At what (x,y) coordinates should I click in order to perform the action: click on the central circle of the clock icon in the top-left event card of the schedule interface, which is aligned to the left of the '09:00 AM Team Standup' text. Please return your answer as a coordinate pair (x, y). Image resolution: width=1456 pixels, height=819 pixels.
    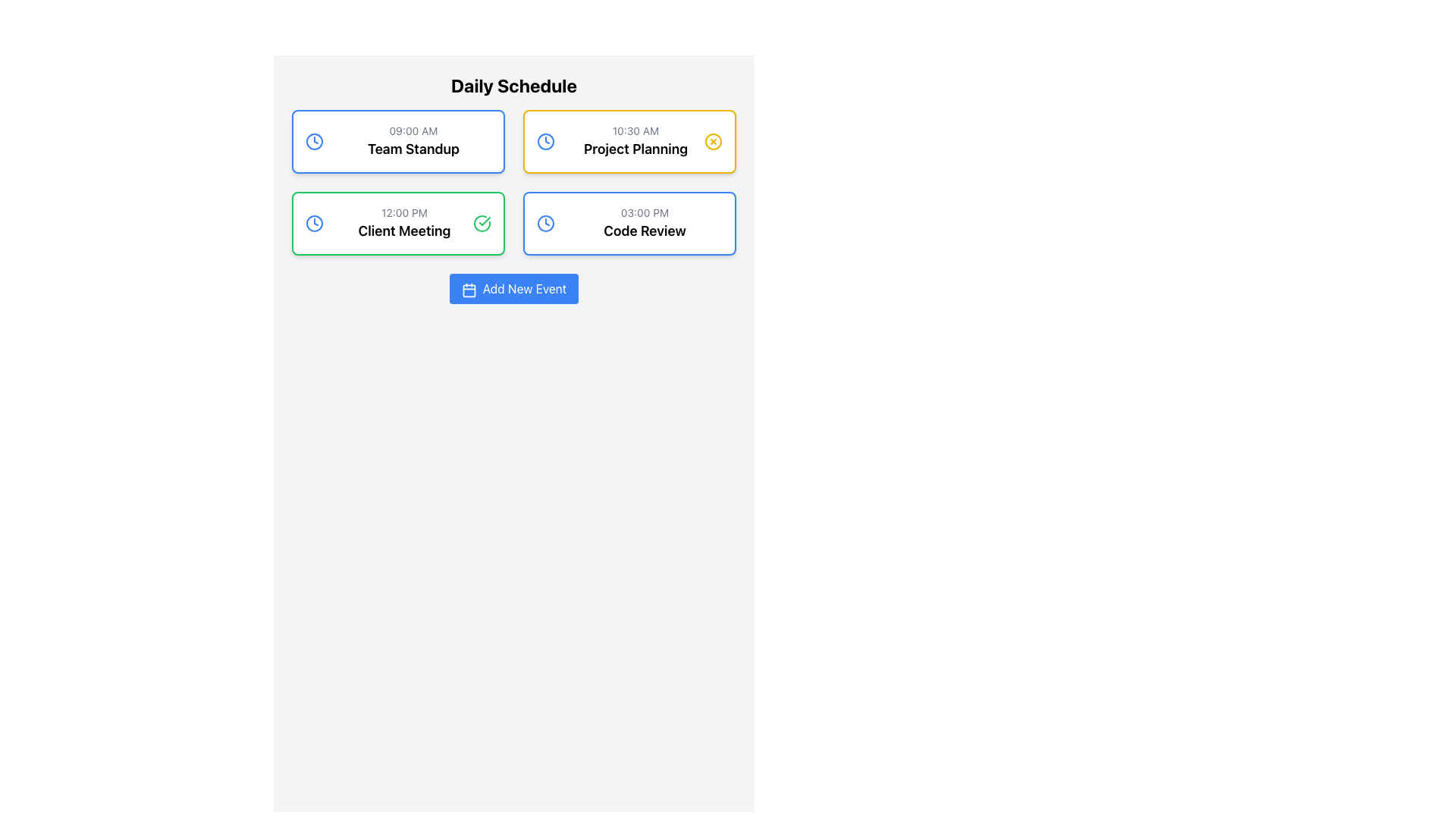
    Looking at the image, I should click on (313, 141).